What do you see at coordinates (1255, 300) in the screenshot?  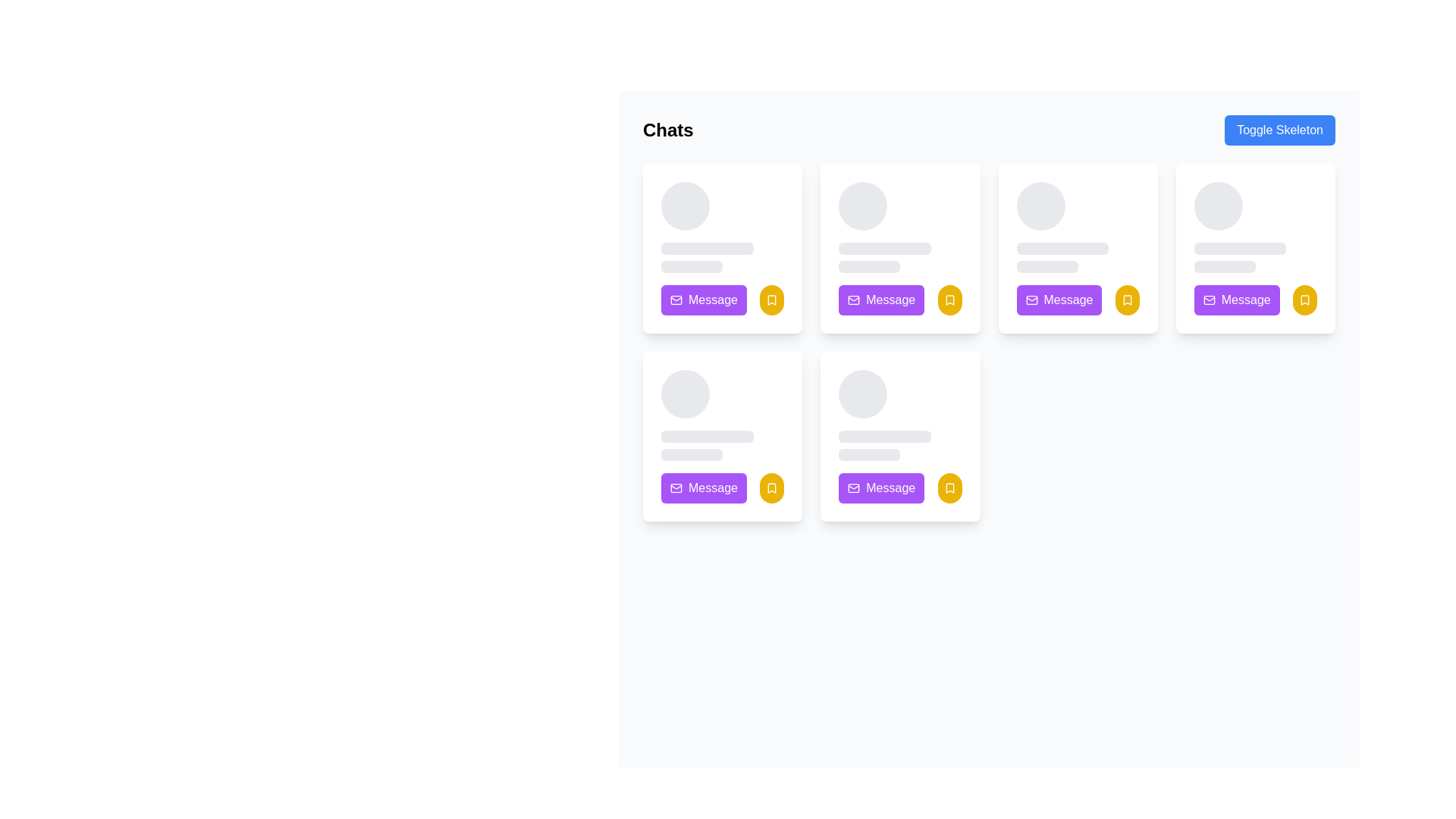 I see `the primary action button located at the bottom left corner of the rightmost card in the grid layout` at bounding box center [1255, 300].